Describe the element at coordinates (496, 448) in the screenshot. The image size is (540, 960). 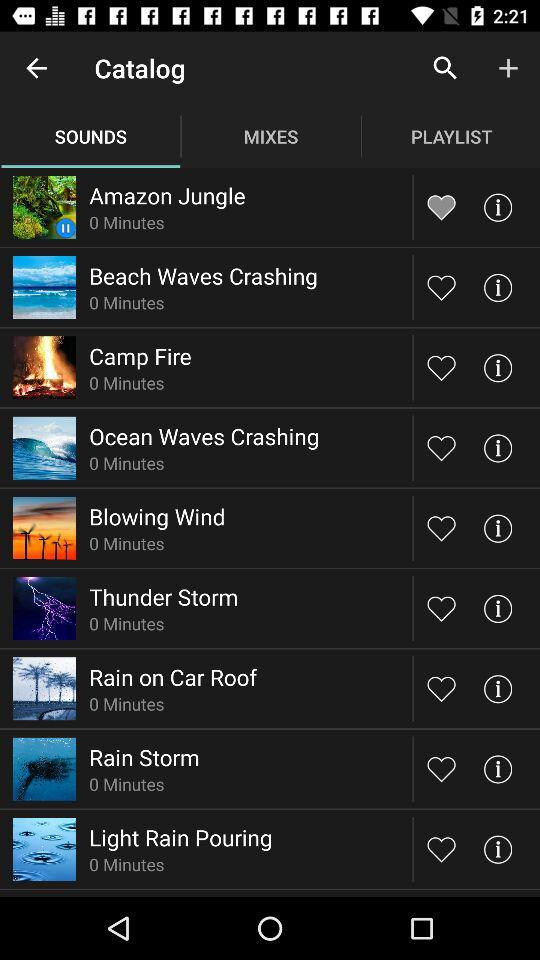
I see `information for ocean waves crashing` at that location.